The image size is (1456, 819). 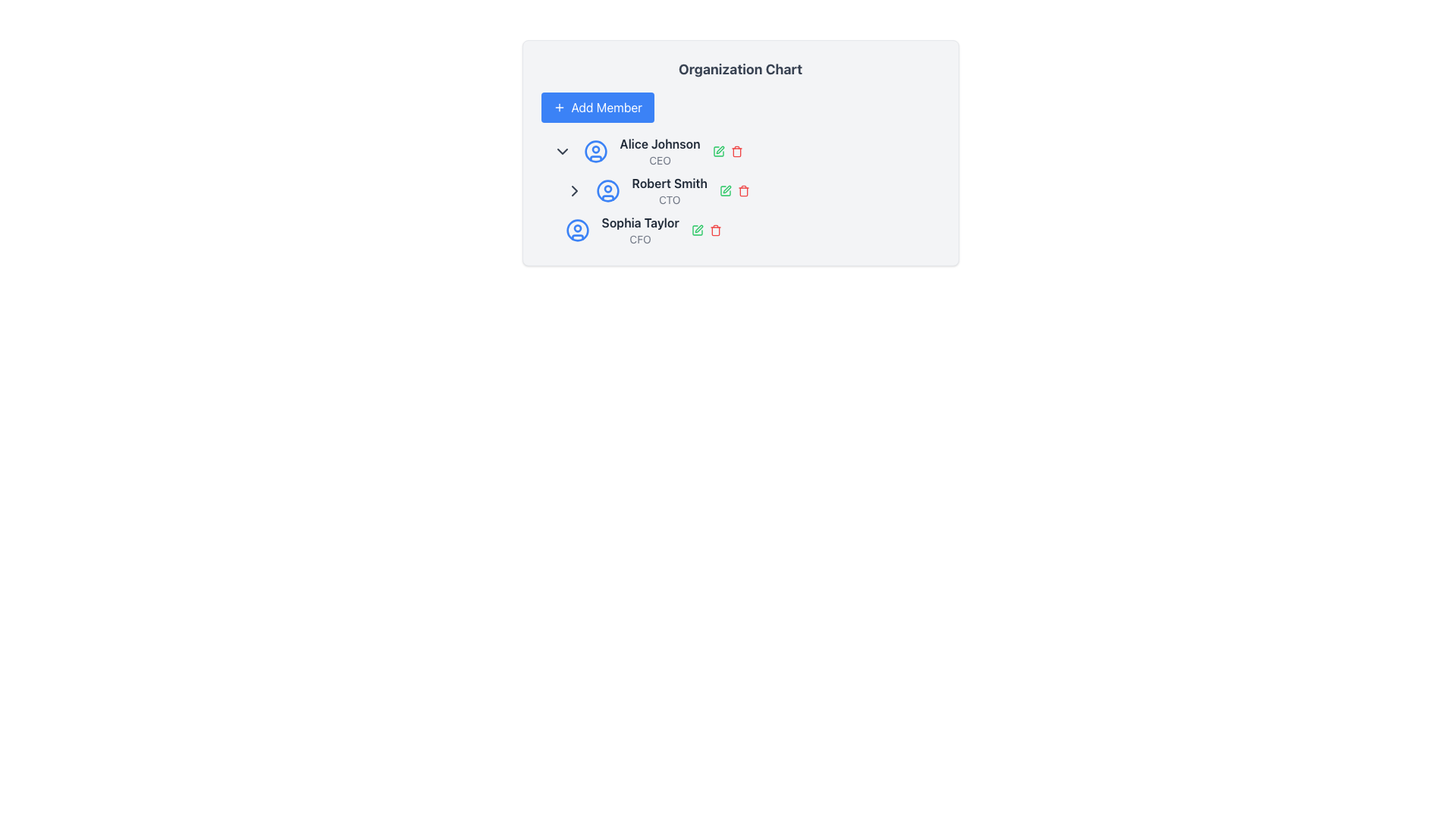 What do you see at coordinates (714, 231) in the screenshot?
I see `the red trash icon representing a delete action next to 'Sophia Taylor'` at bounding box center [714, 231].